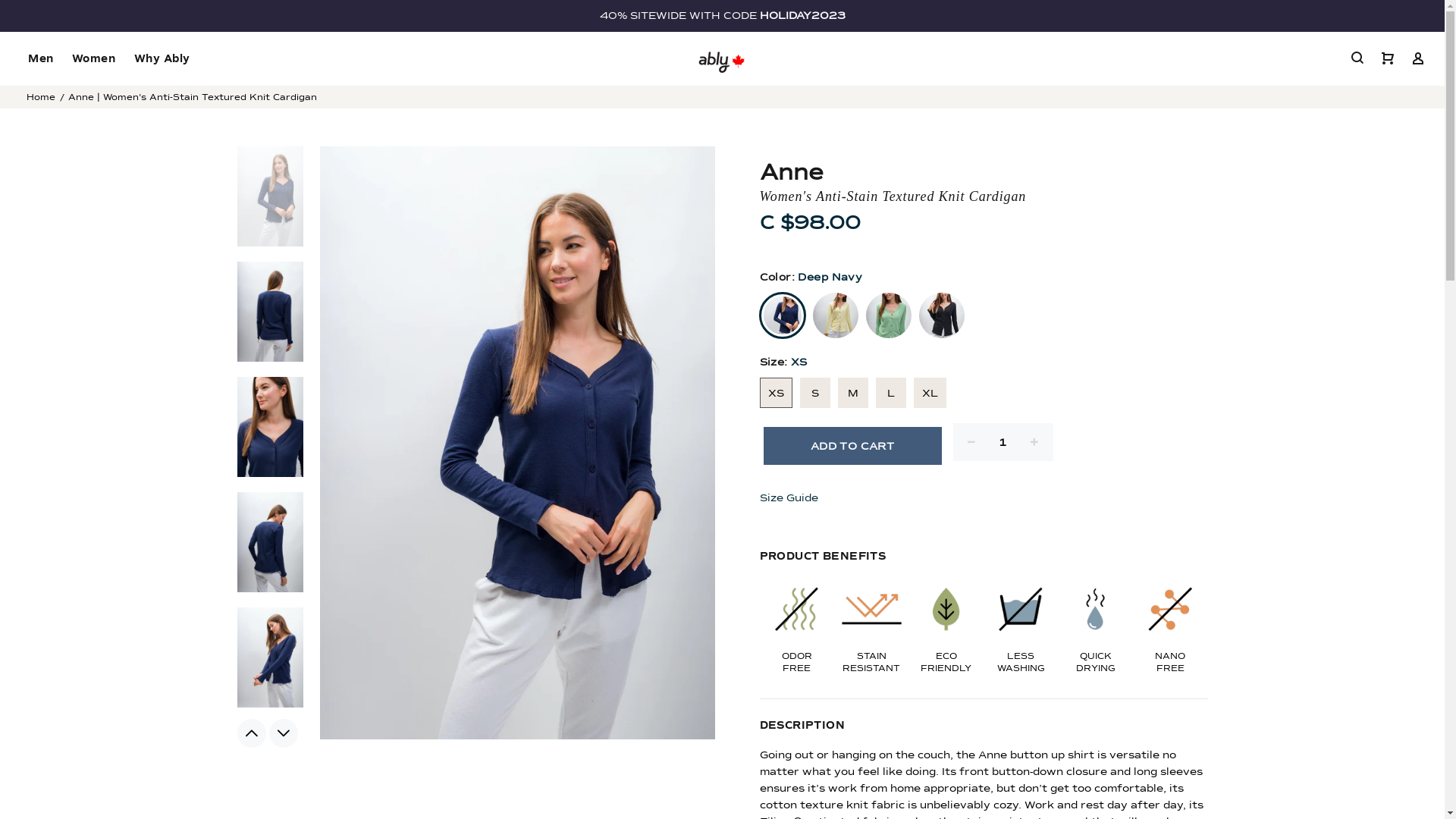 The width and height of the screenshot is (1456, 819). I want to click on 'Next', so click(283, 733).